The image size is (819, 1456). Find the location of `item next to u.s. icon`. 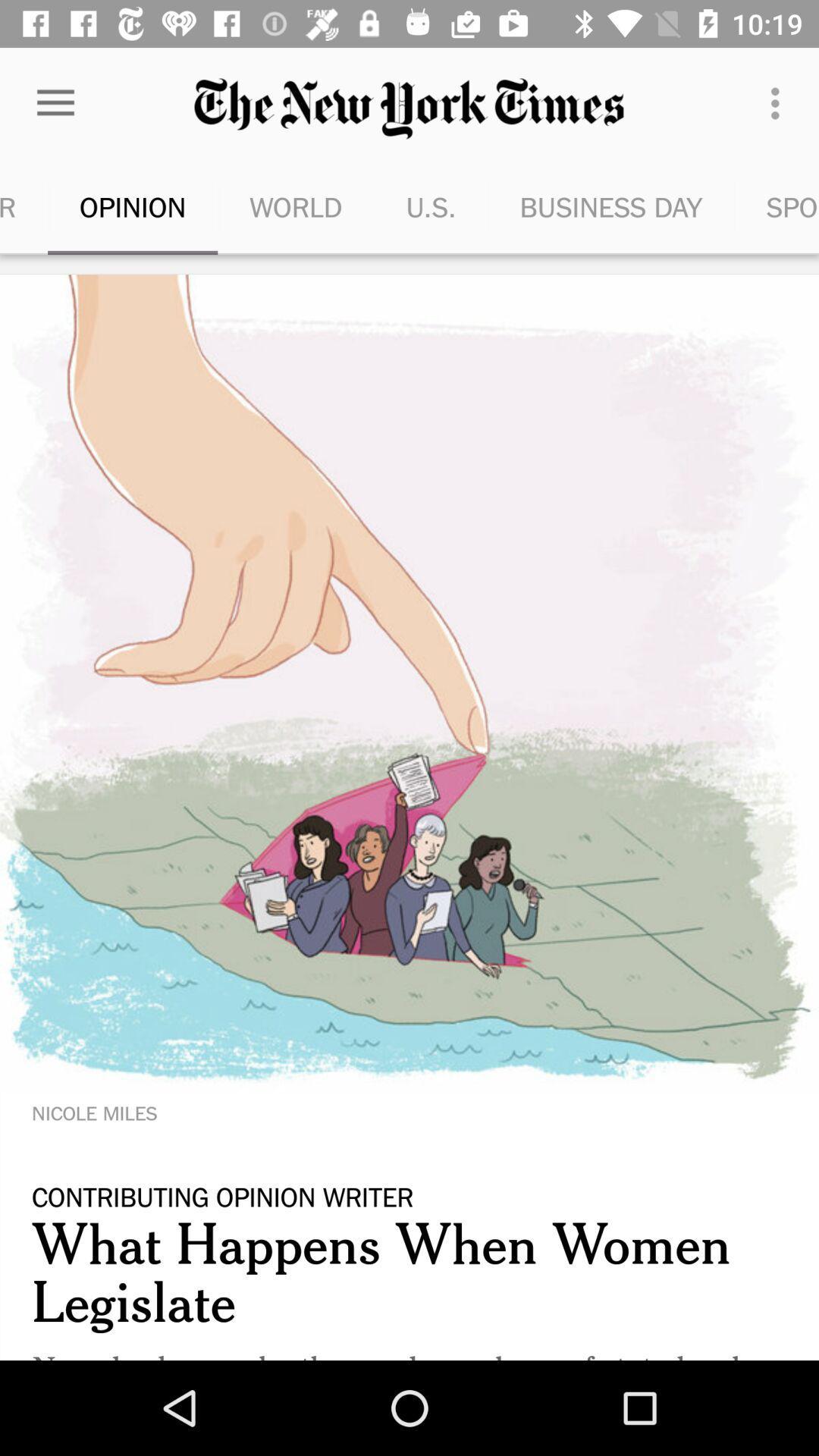

item next to u.s. icon is located at coordinates (610, 206).